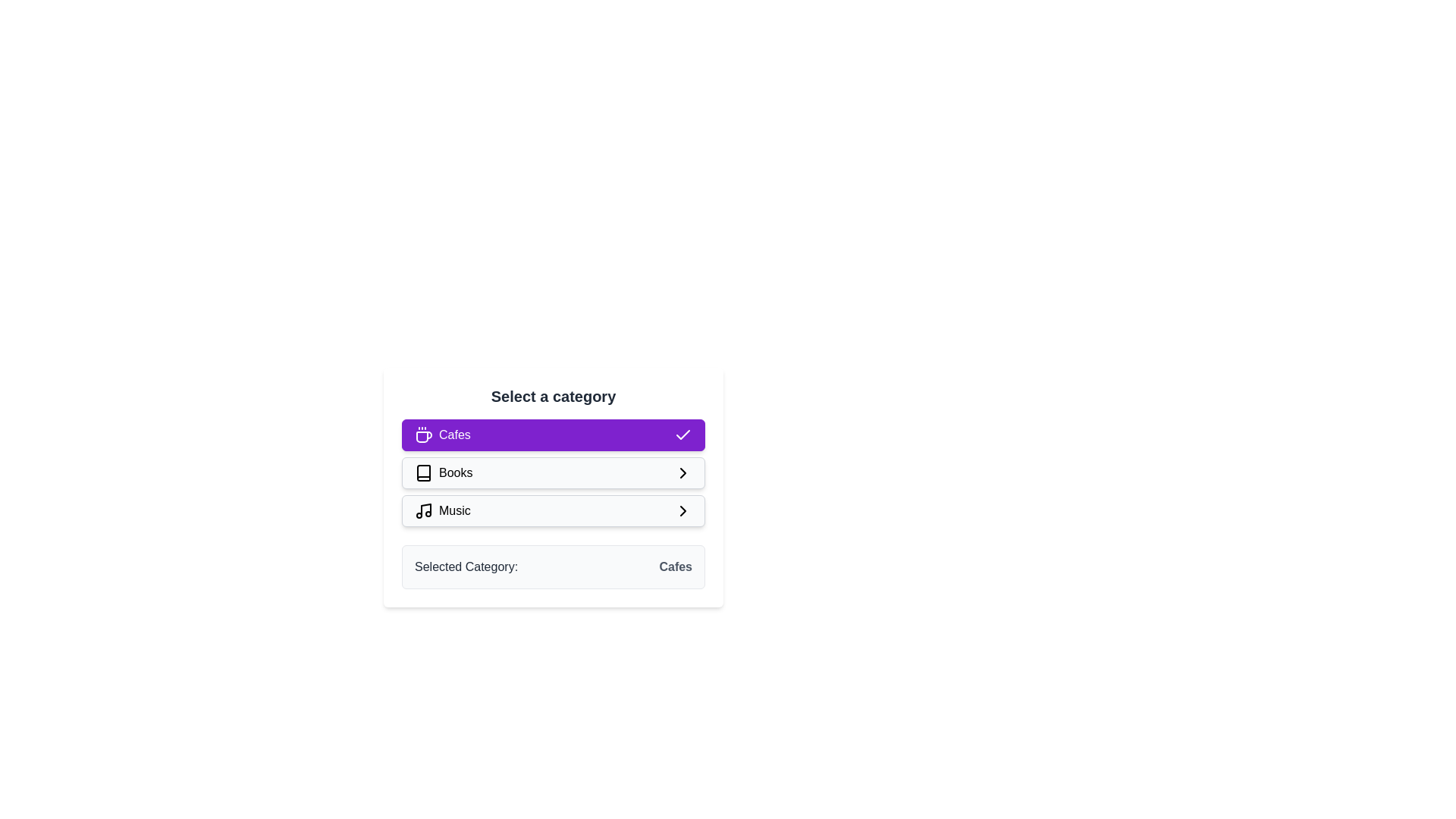  What do you see at coordinates (455, 472) in the screenshot?
I see `the 'Books' category text label, which is the second label in a vertical arrangement of categories and is positioned to the right of a book icon` at bounding box center [455, 472].